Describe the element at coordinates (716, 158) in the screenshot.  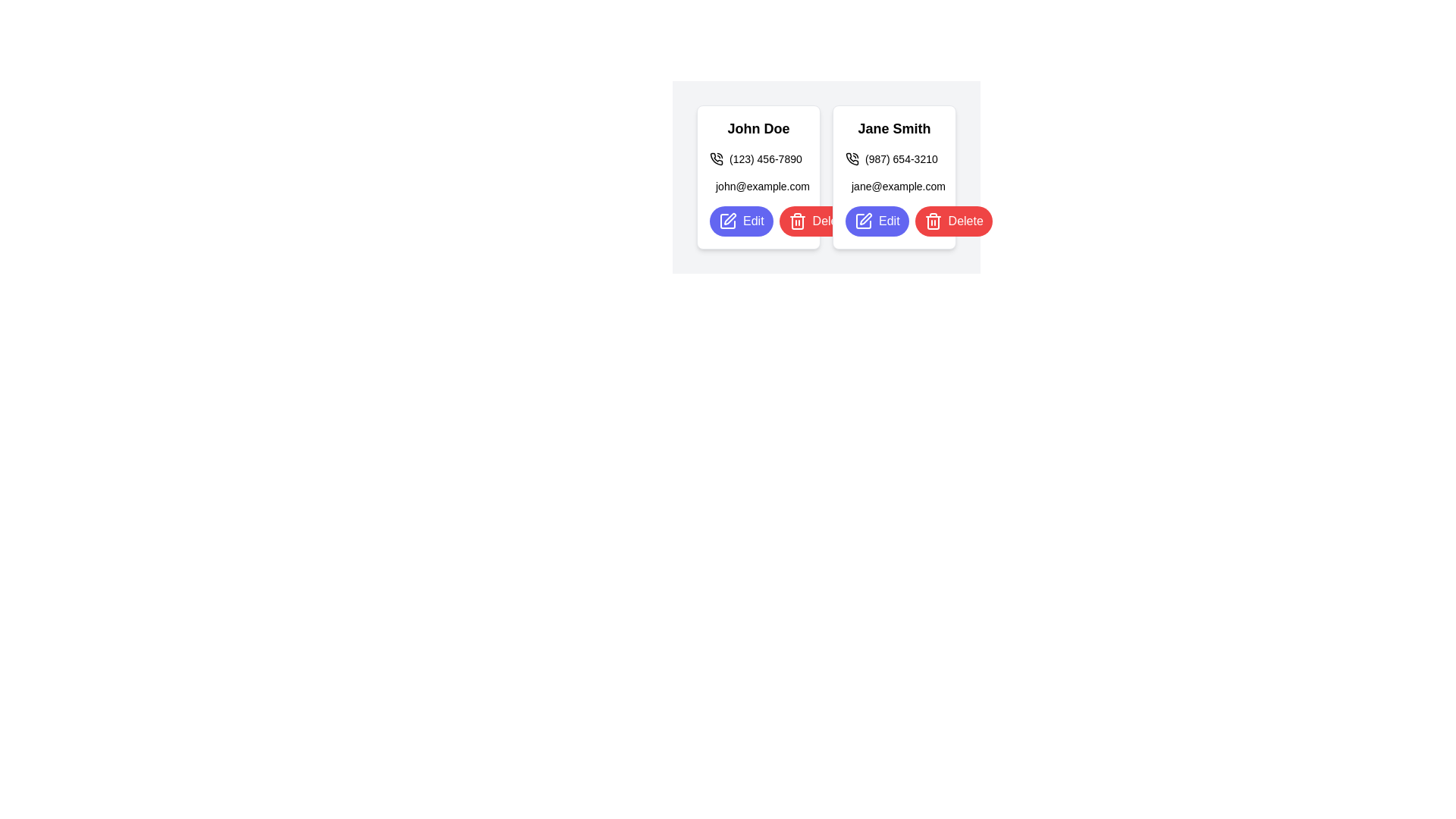
I see `the phone call icon, which is a silhouette of a phone handset with curved lines, located to the left of the phone number '(123) 456-7890' in the contact card layout` at that location.